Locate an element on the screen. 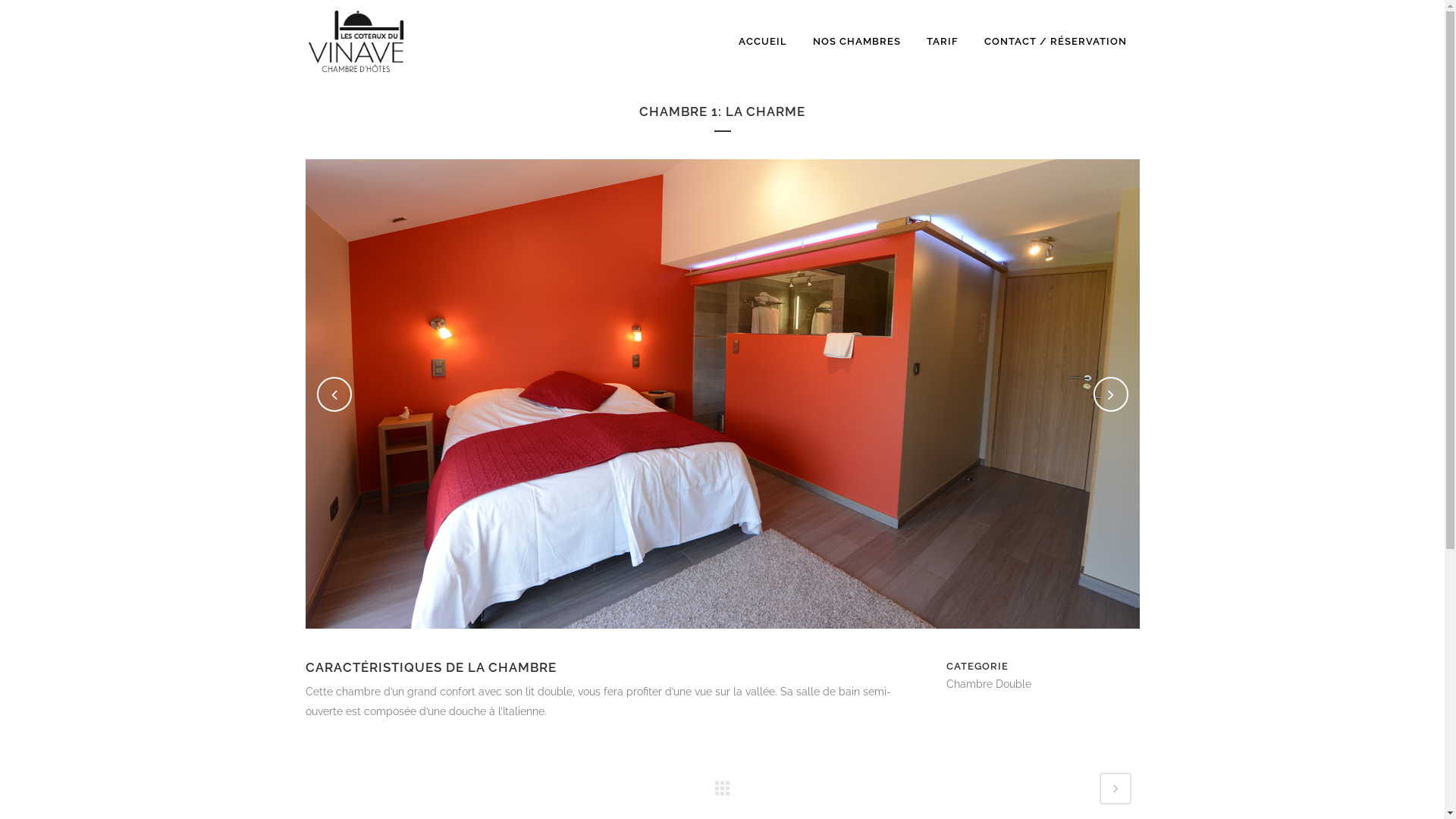 Image resolution: width=1456 pixels, height=819 pixels. 'ACCUEIL' is located at coordinates (761, 40).